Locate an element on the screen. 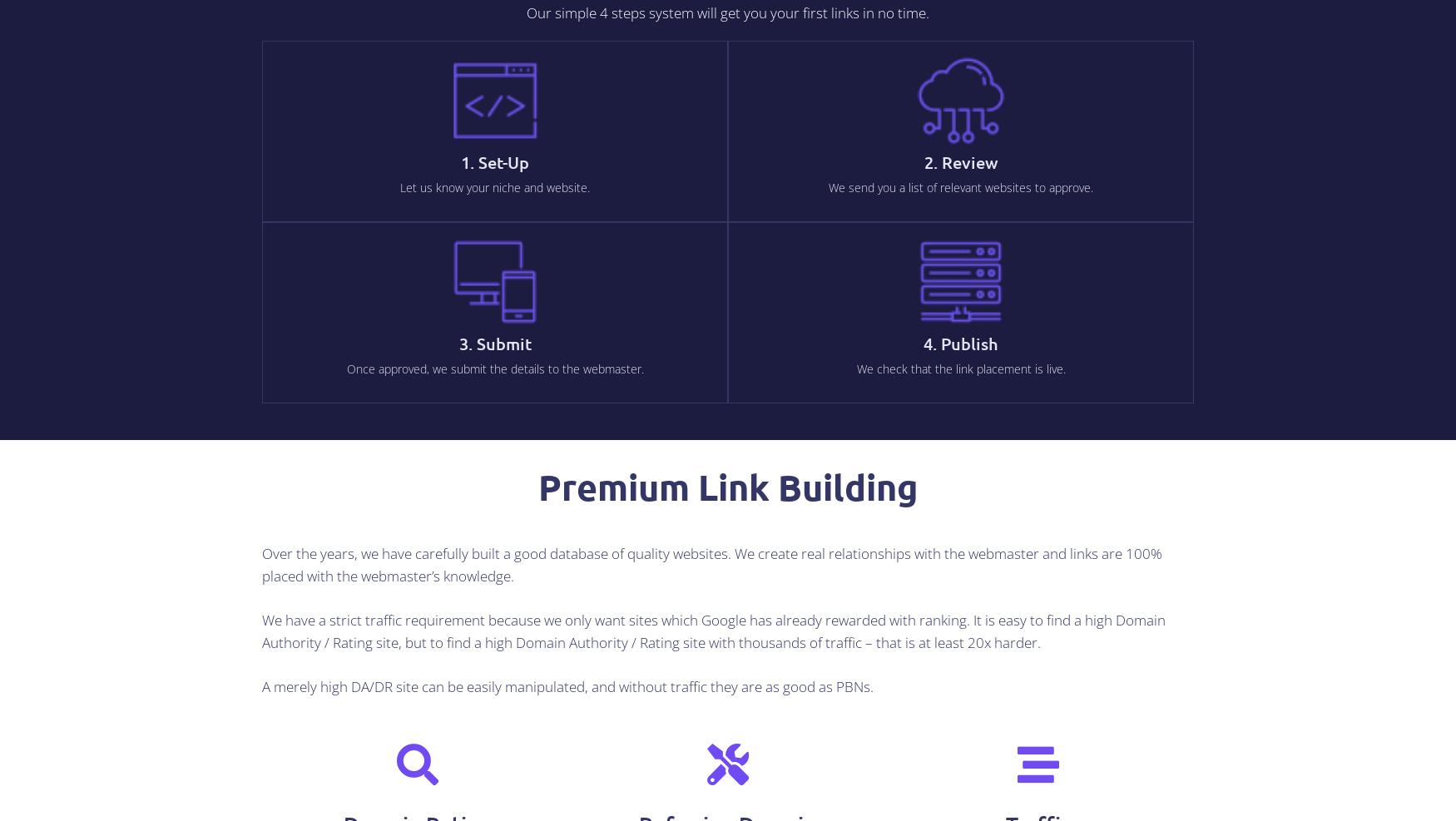 The height and width of the screenshot is (821, 1456). 'Once approved, we submit the details to the webmaster.' is located at coordinates (494, 367).